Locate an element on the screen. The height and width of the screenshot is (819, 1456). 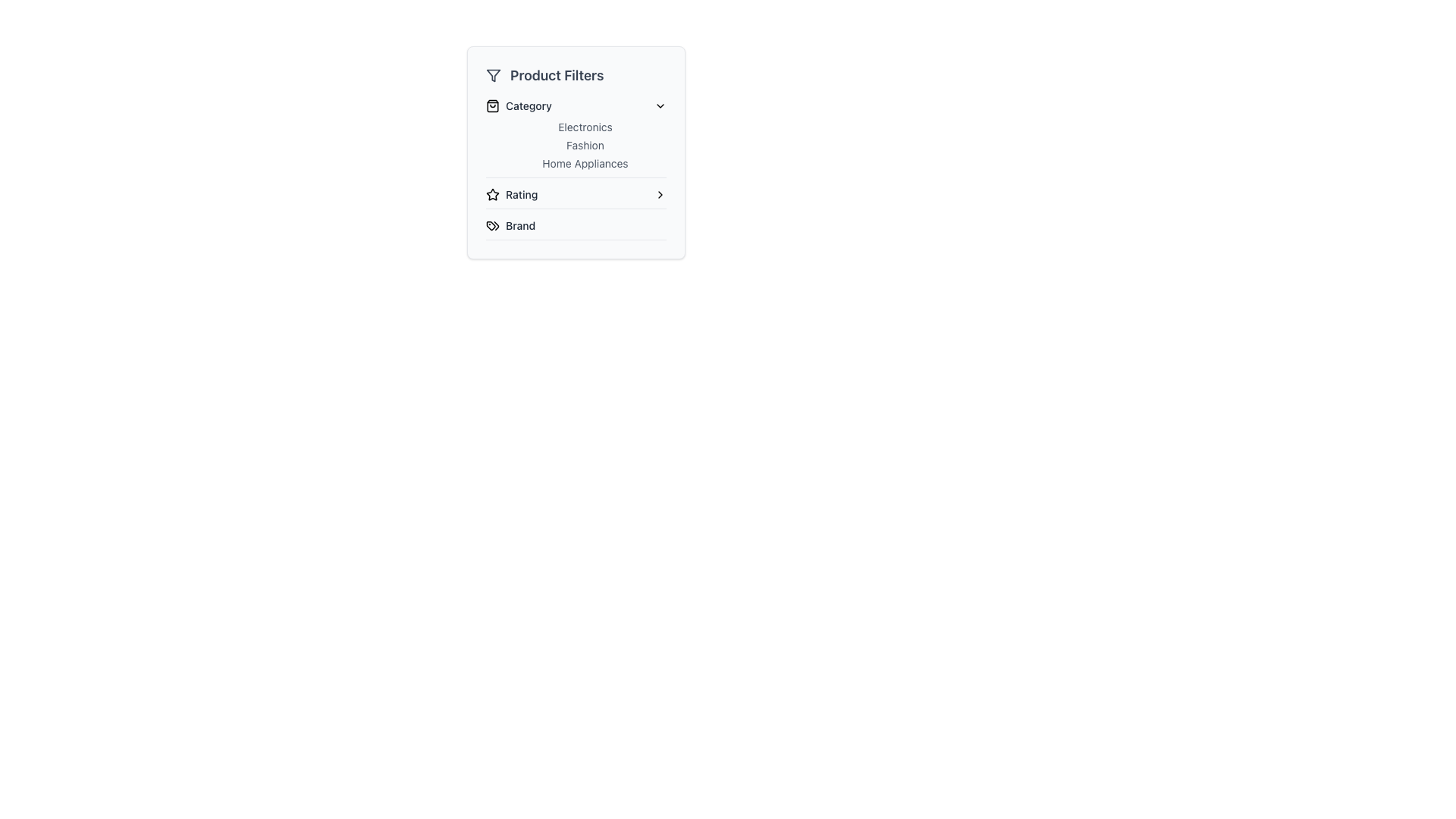
the third text label in the 'Category' section is located at coordinates (585, 164).